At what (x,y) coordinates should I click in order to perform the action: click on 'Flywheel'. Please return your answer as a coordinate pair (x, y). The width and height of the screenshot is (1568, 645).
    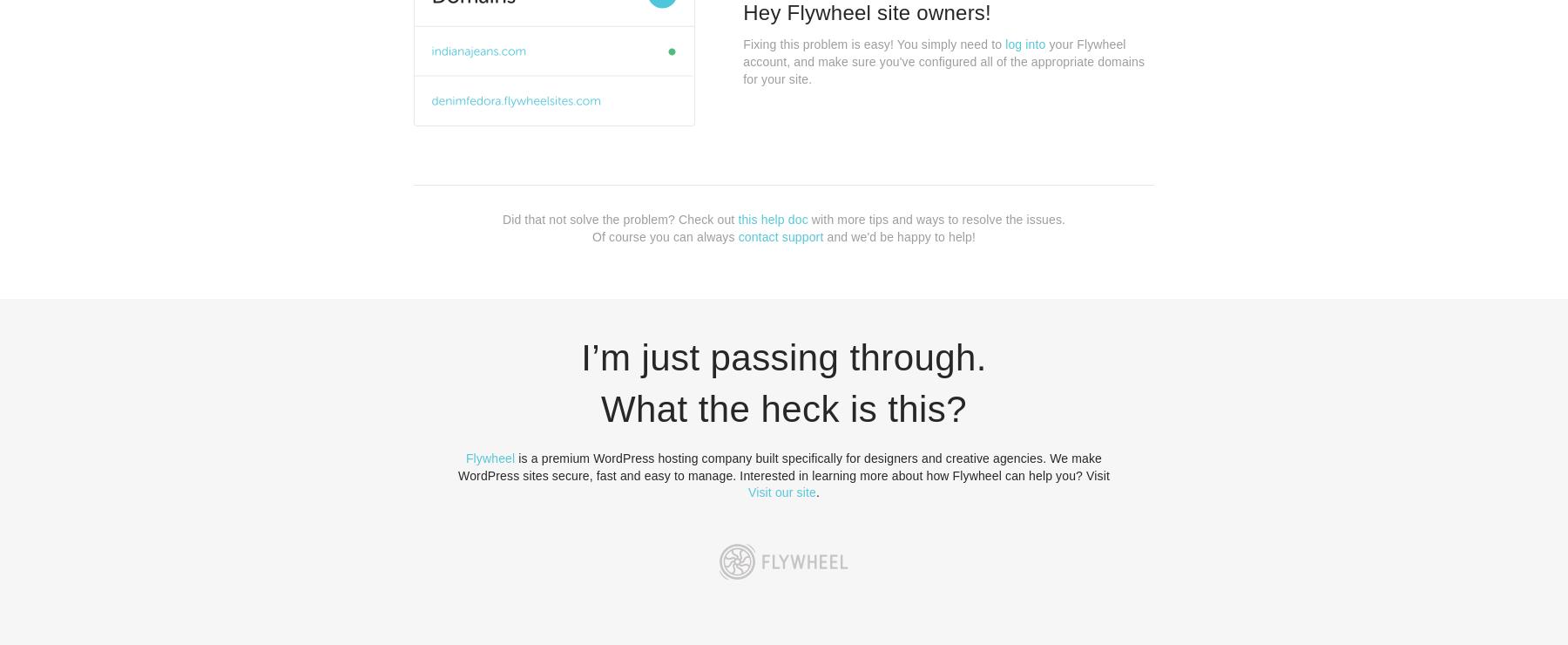
    Looking at the image, I should click on (464, 458).